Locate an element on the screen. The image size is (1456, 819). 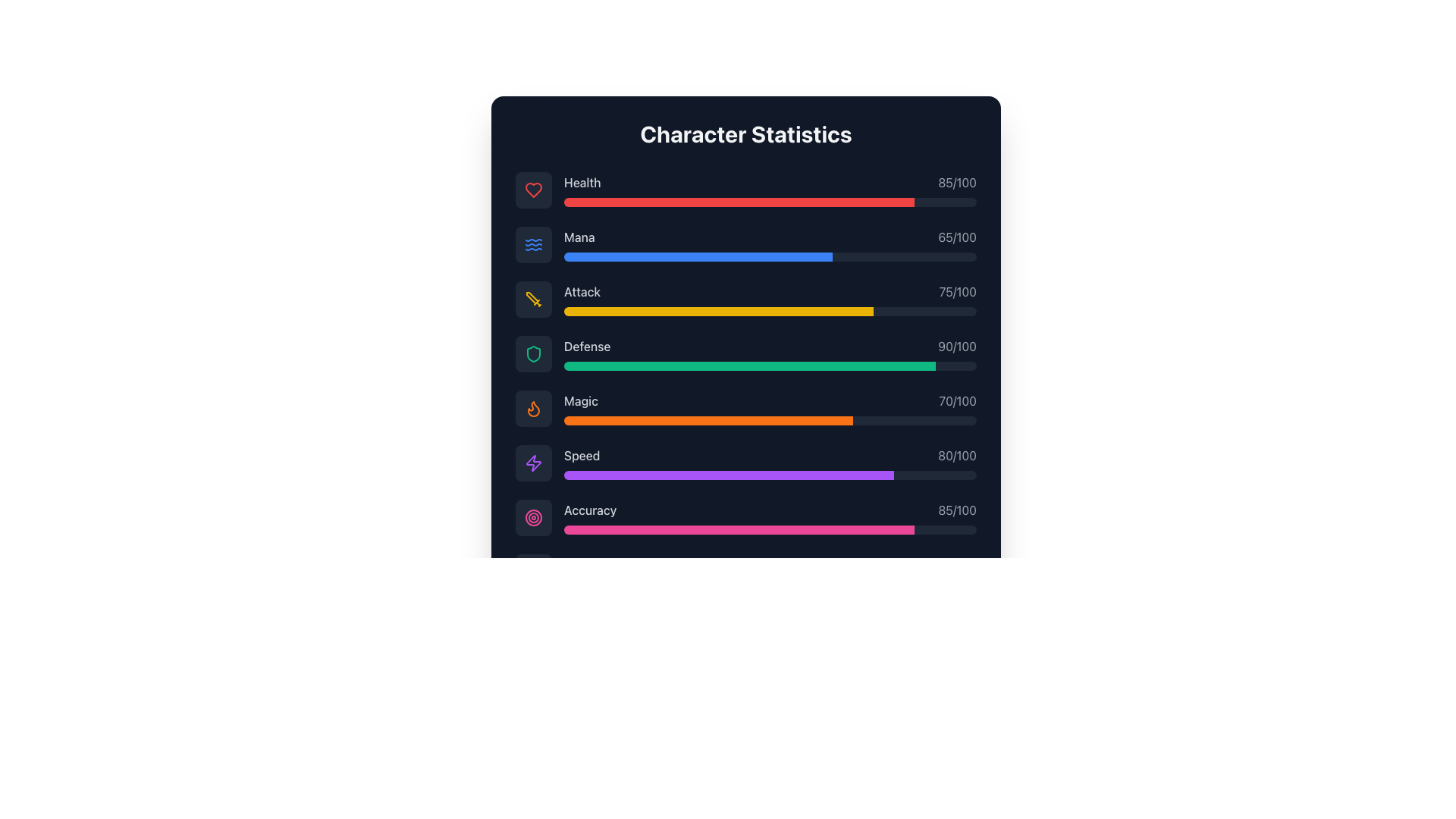
the 'Health' progress bar element, which visually represents the character's health statistic in the 'Character Statistics' interface is located at coordinates (770, 189).